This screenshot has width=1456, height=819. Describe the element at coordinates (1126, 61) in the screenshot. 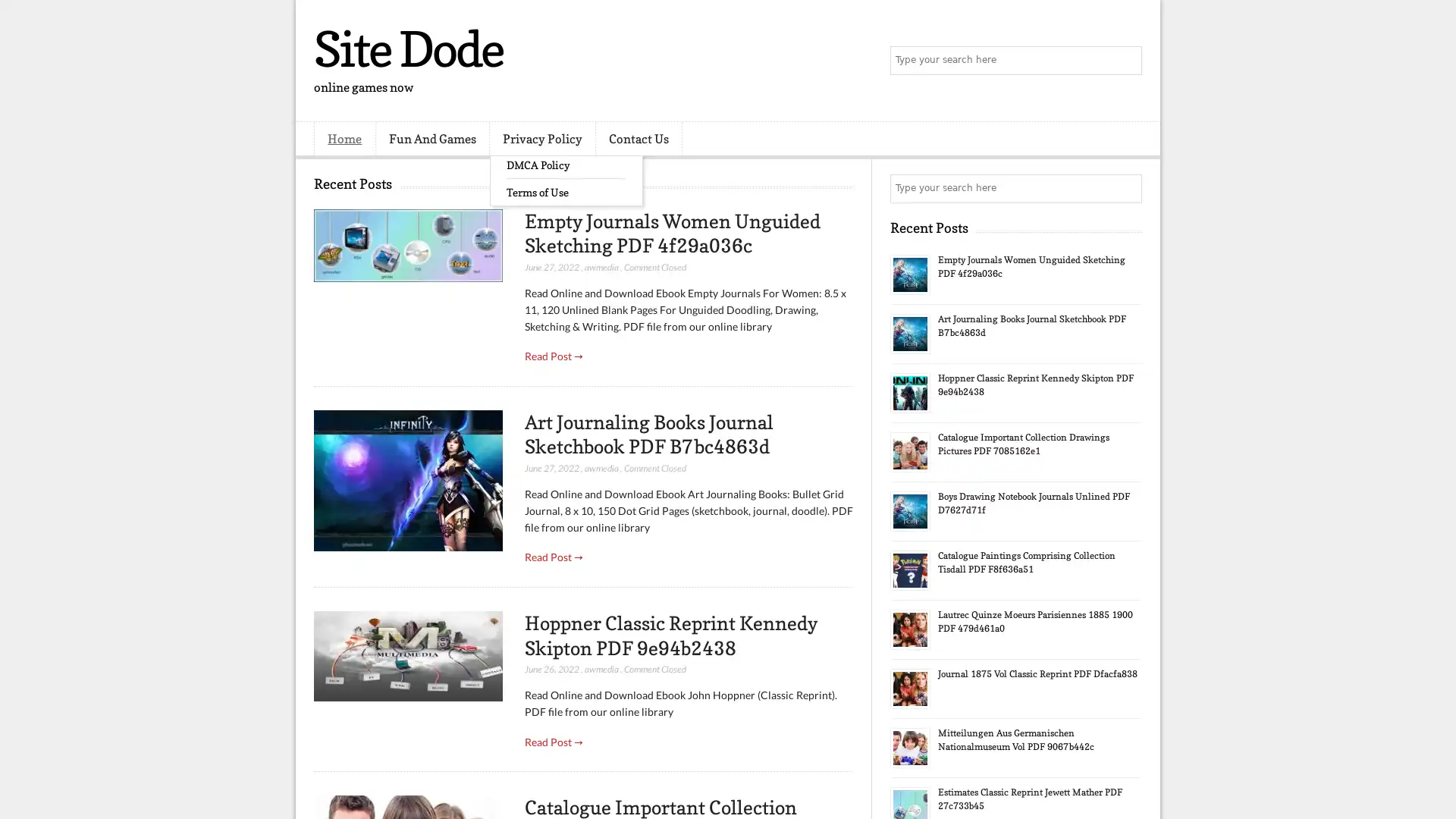

I see `Search` at that location.